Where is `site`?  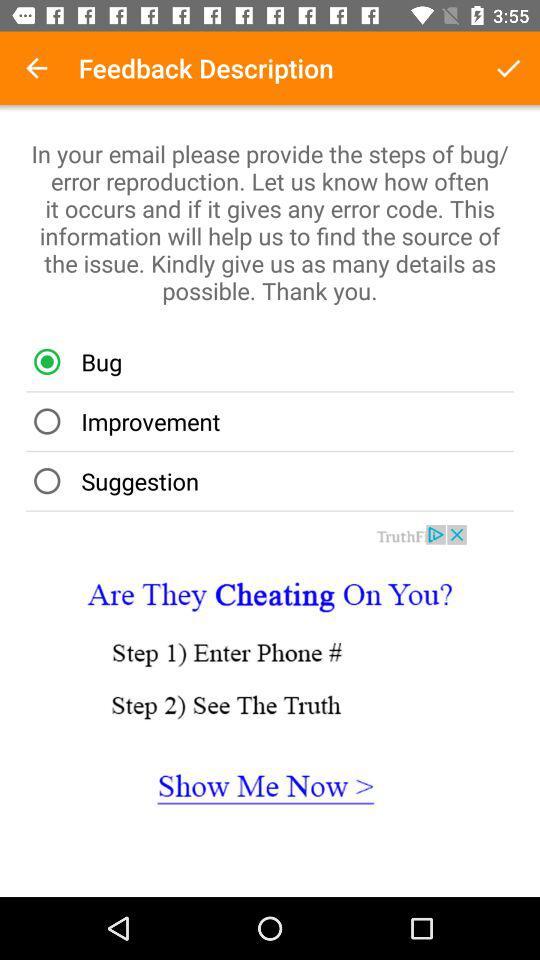
site is located at coordinates (270, 689).